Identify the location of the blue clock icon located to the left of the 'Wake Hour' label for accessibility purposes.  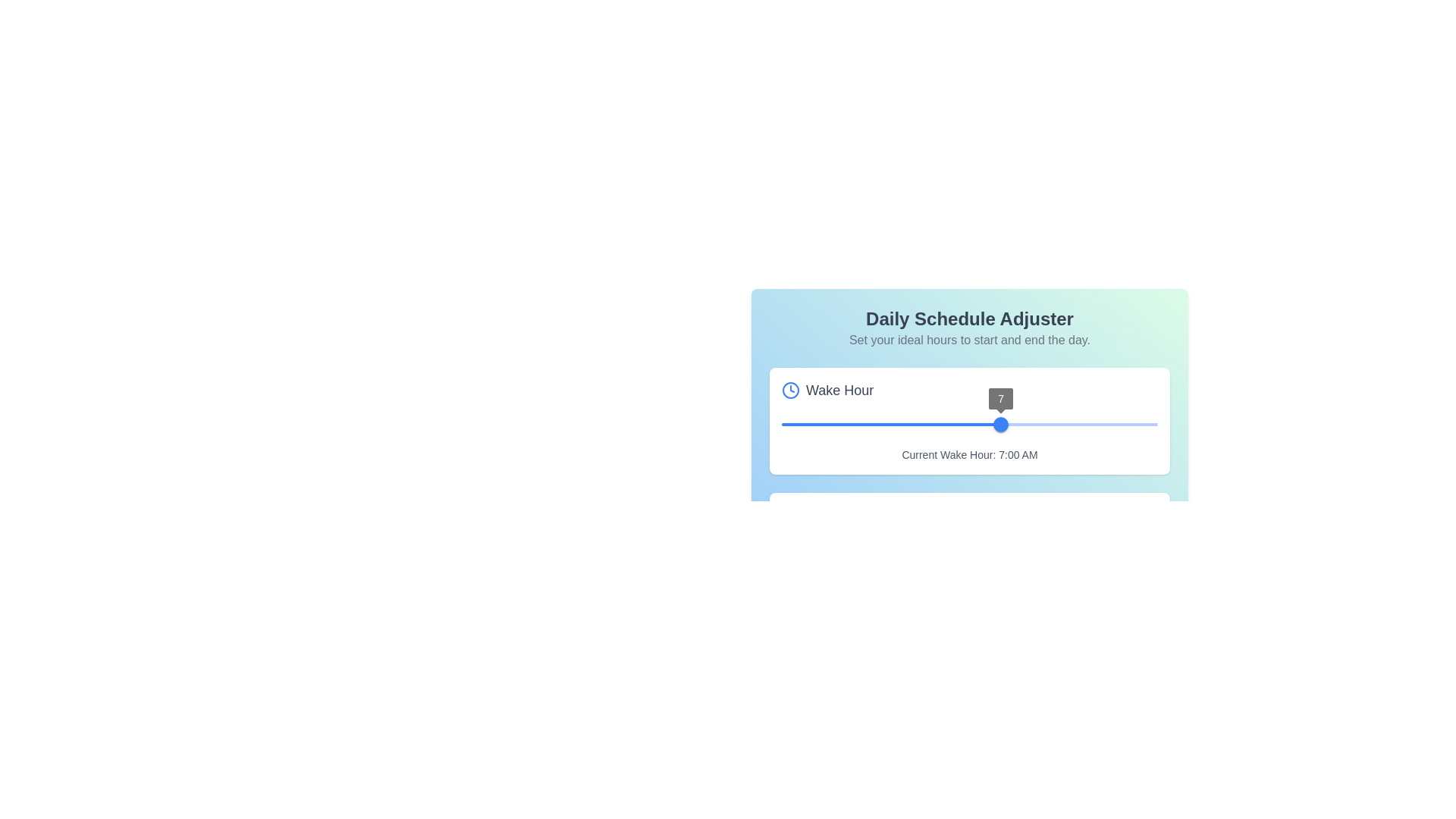
(789, 390).